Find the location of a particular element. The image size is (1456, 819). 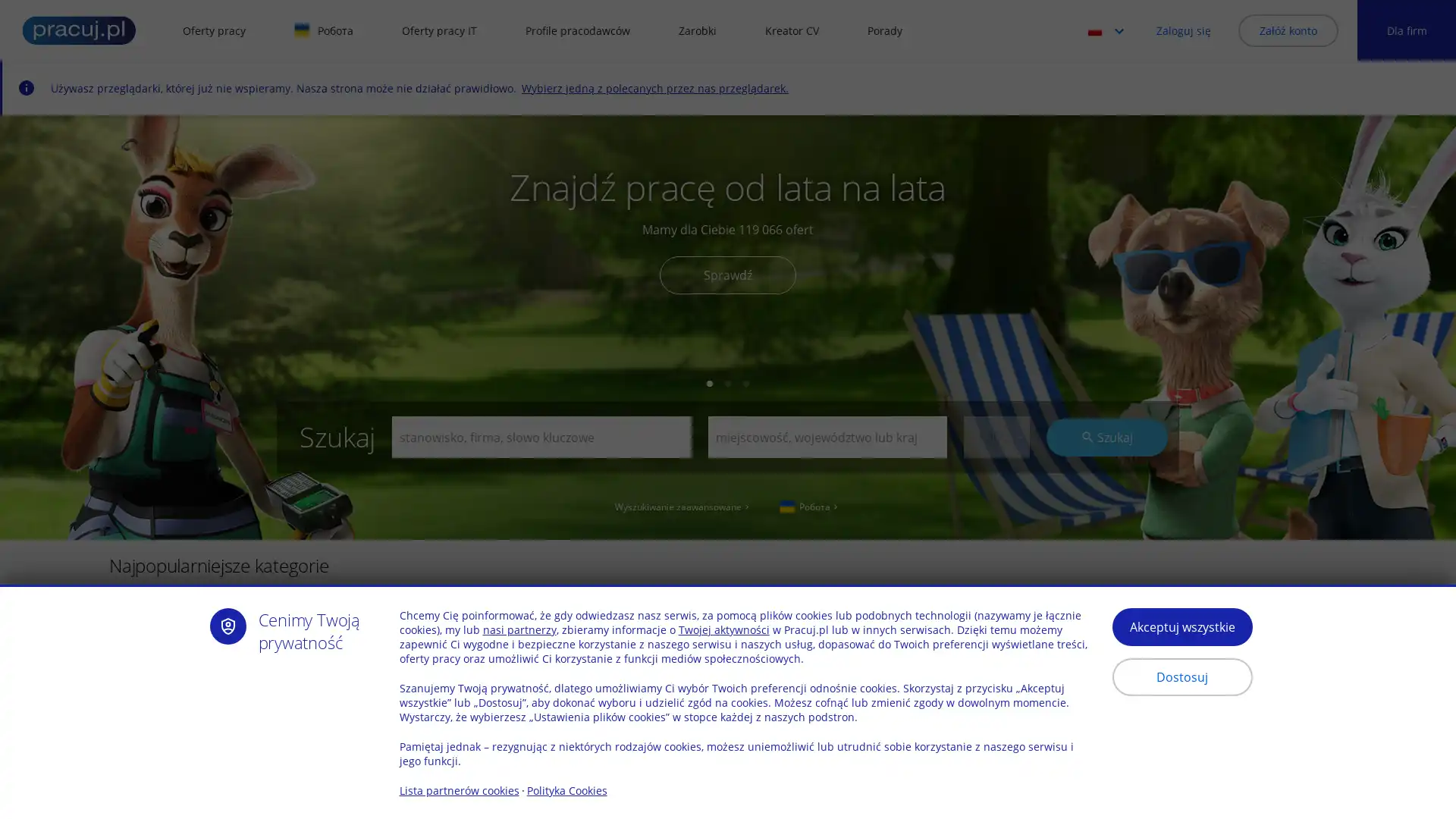

+ 75 km is located at coordinates (996, 718).